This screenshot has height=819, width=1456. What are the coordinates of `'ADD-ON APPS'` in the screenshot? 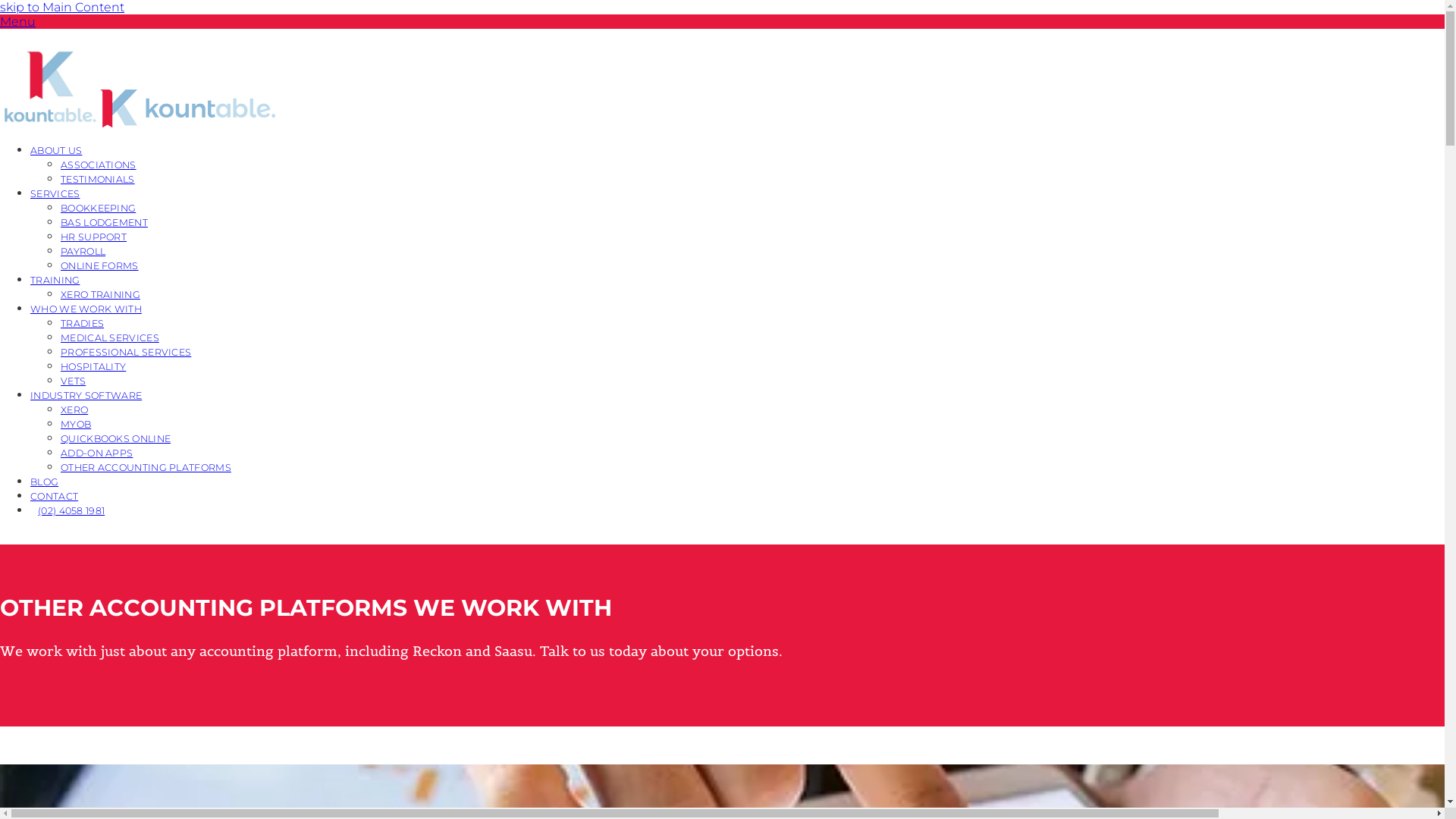 It's located at (96, 451).